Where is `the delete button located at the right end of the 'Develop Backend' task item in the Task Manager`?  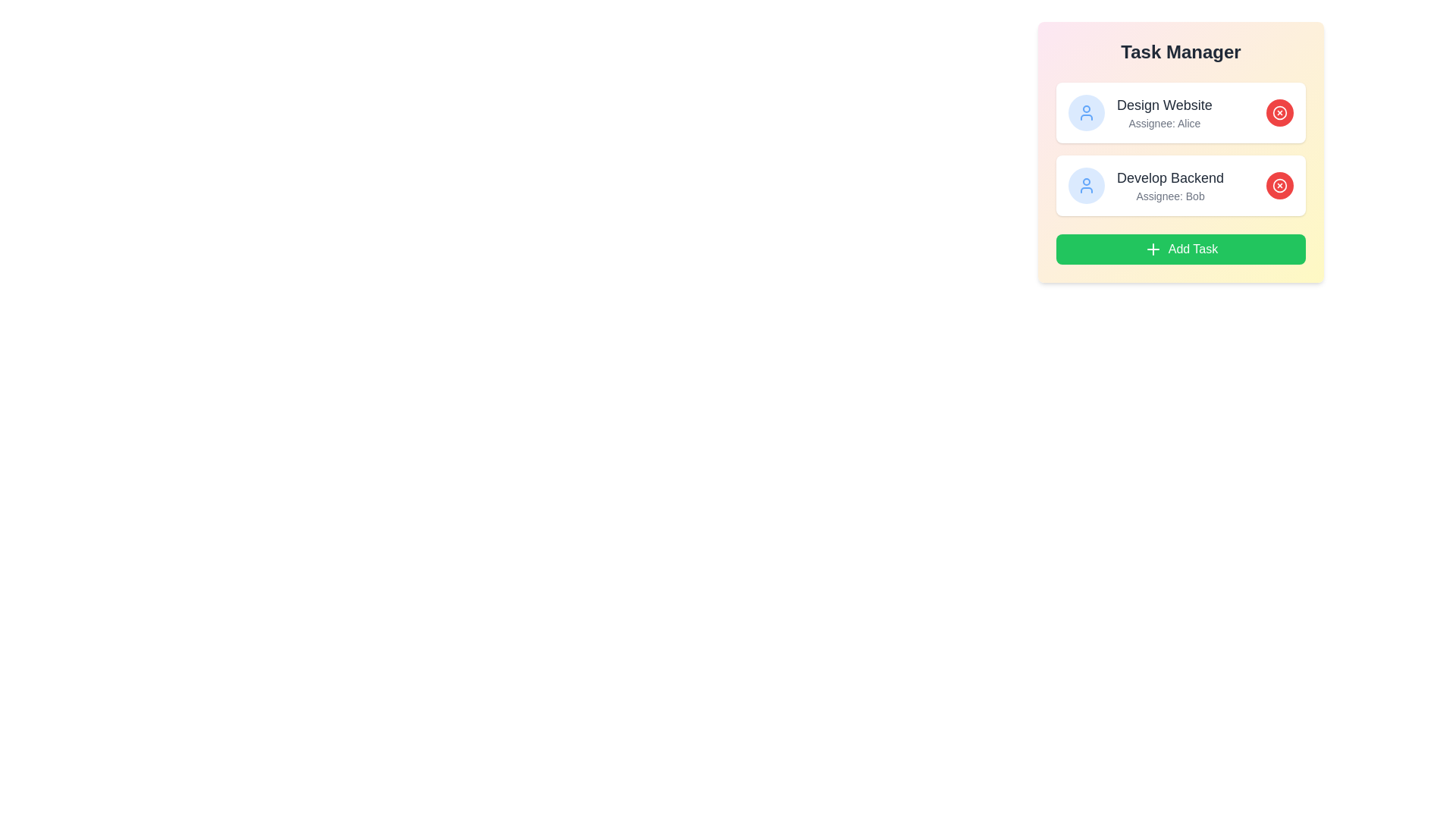 the delete button located at the right end of the 'Develop Backend' task item in the Task Manager is located at coordinates (1279, 185).